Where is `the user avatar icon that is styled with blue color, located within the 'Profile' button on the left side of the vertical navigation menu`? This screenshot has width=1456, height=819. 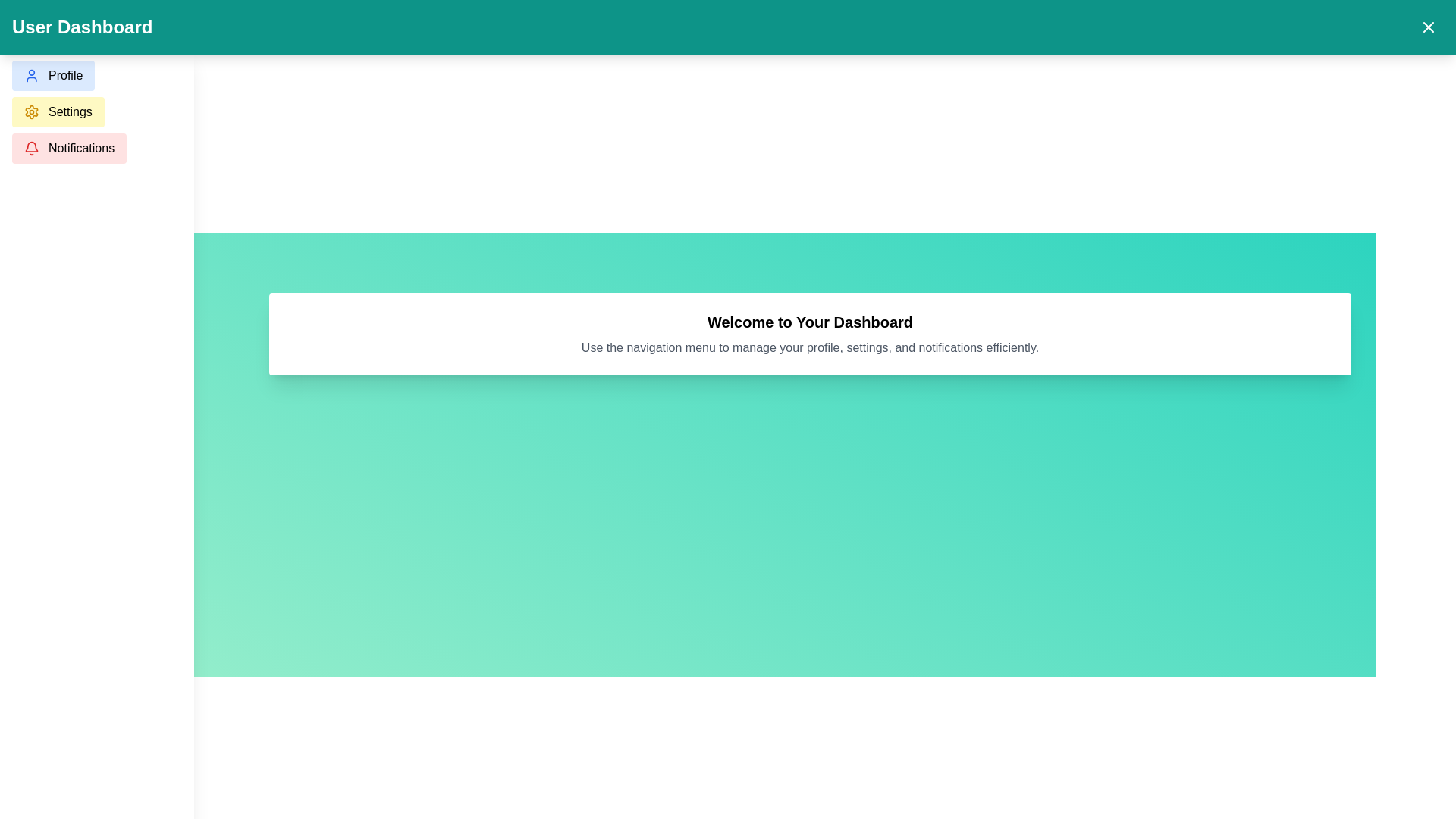 the user avatar icon that is styled with blue color, located within the 'Profile' button on the left side of the vertical navigation menu is located at coordinates (32, 76).